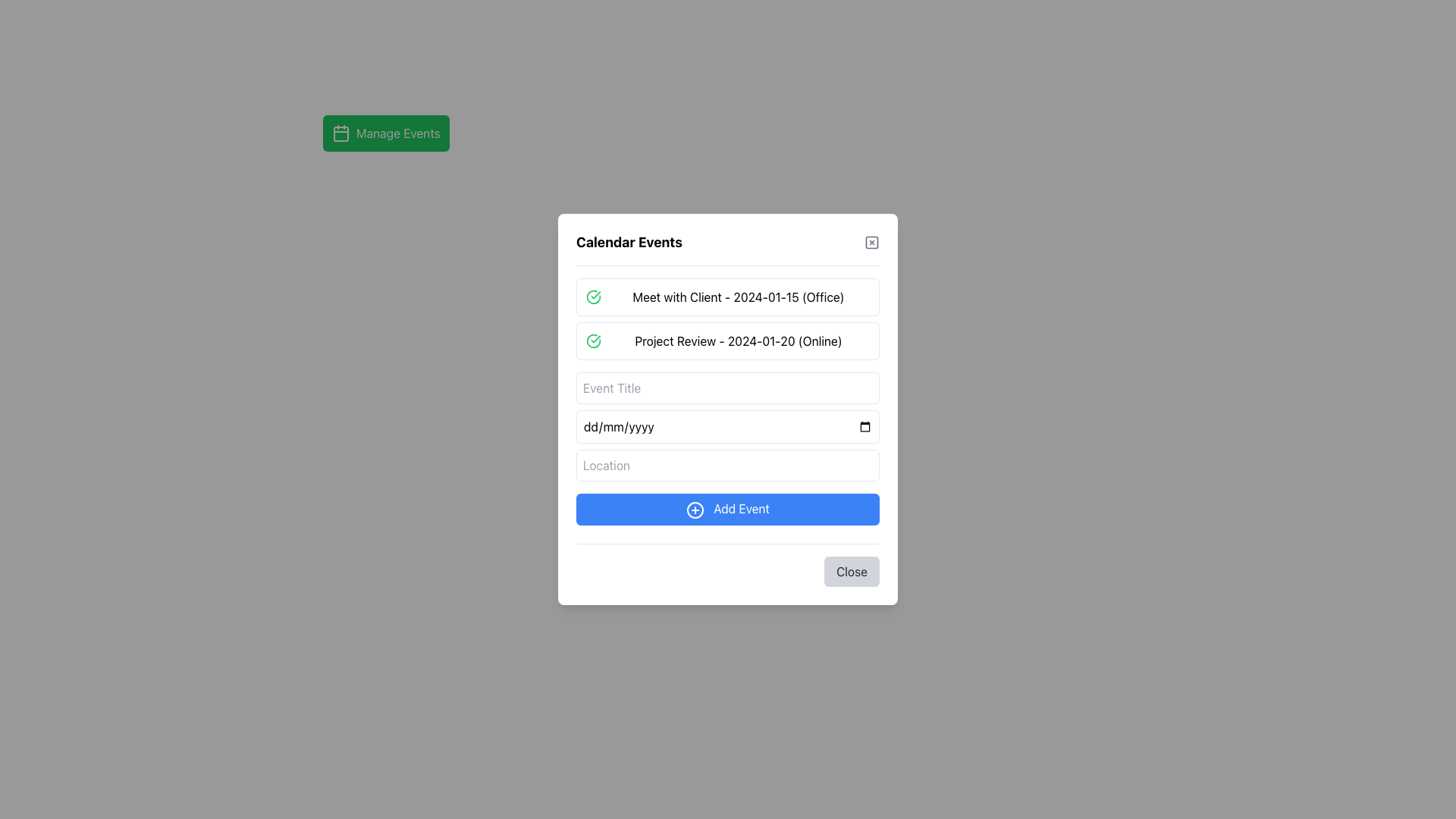 The height and width of the screenshot is (819, 1456). What do you see at coordinates (728, 341) in the screenshot?
I see `the second list item in the 'Calendar Events' modal` at bounding box center [728, 341].